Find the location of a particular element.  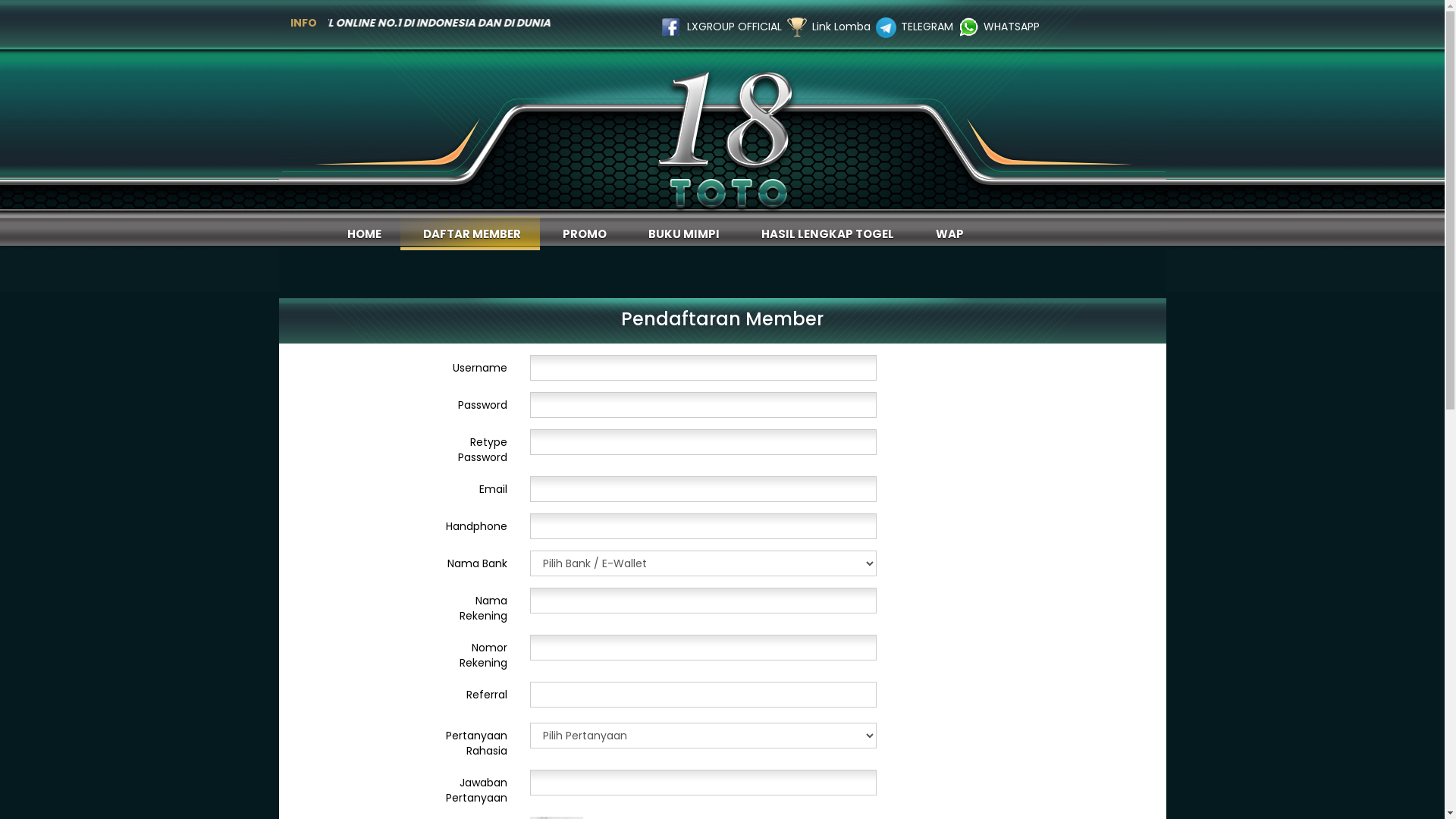

'Link Lomba' is located at coordinates (811, 26).